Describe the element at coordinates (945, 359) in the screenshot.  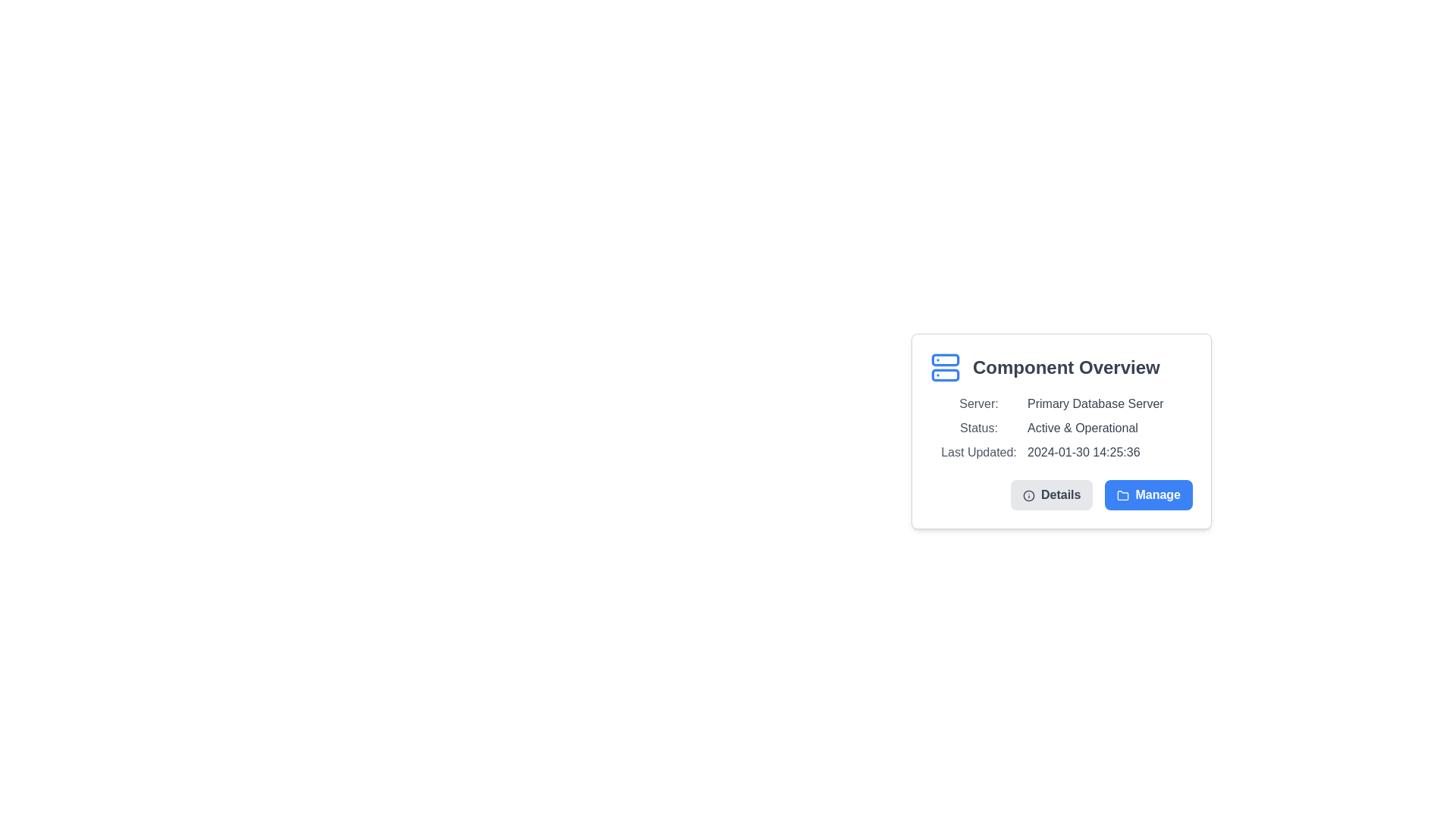
I see `the small rectangle at the upper part of the server icon, which has a blue outline and white fill, located in the top section of the 'Component Overview' card` at that location.